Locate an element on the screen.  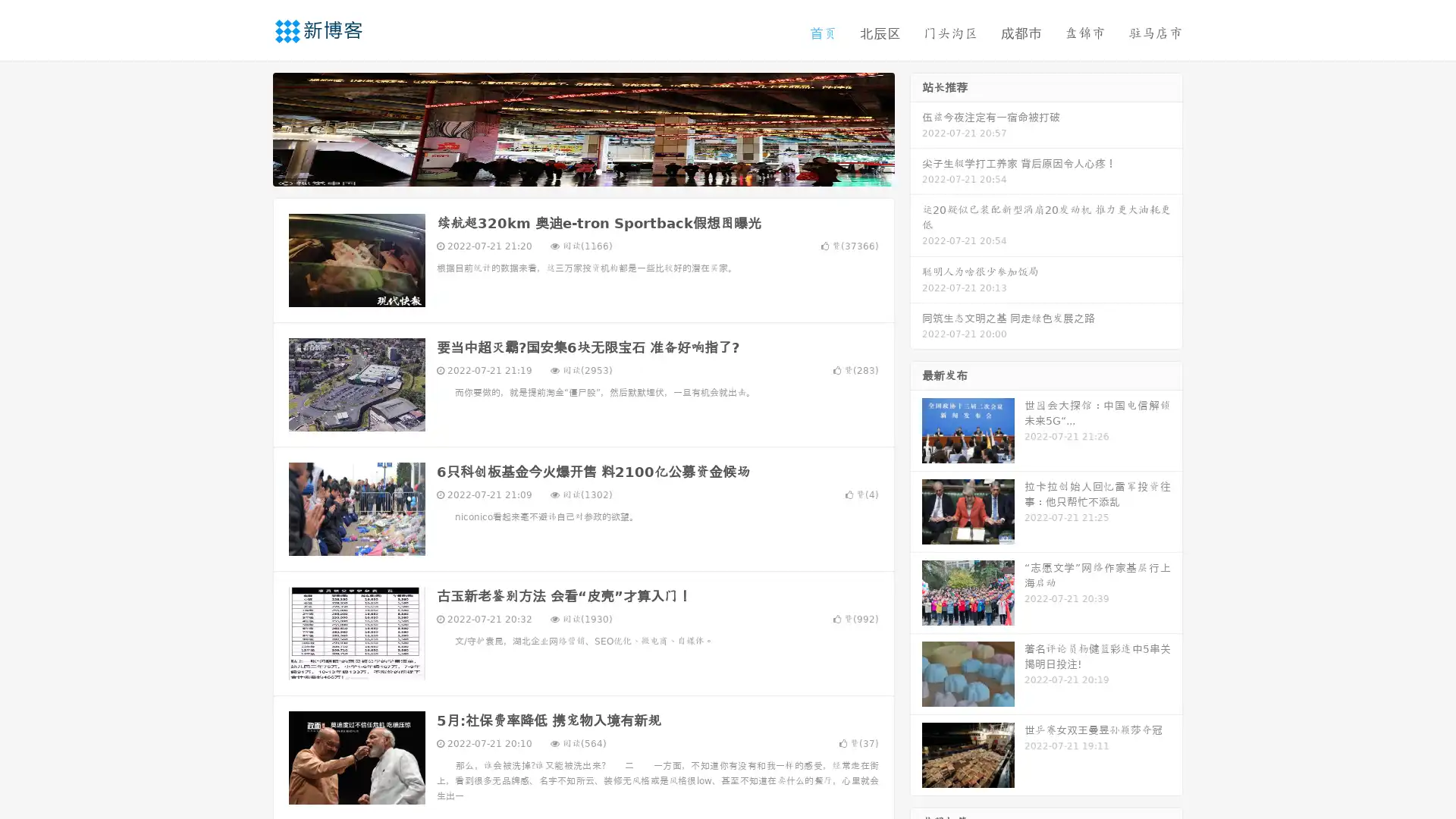
Go to slide 3 is located at coordinates (598, 171).